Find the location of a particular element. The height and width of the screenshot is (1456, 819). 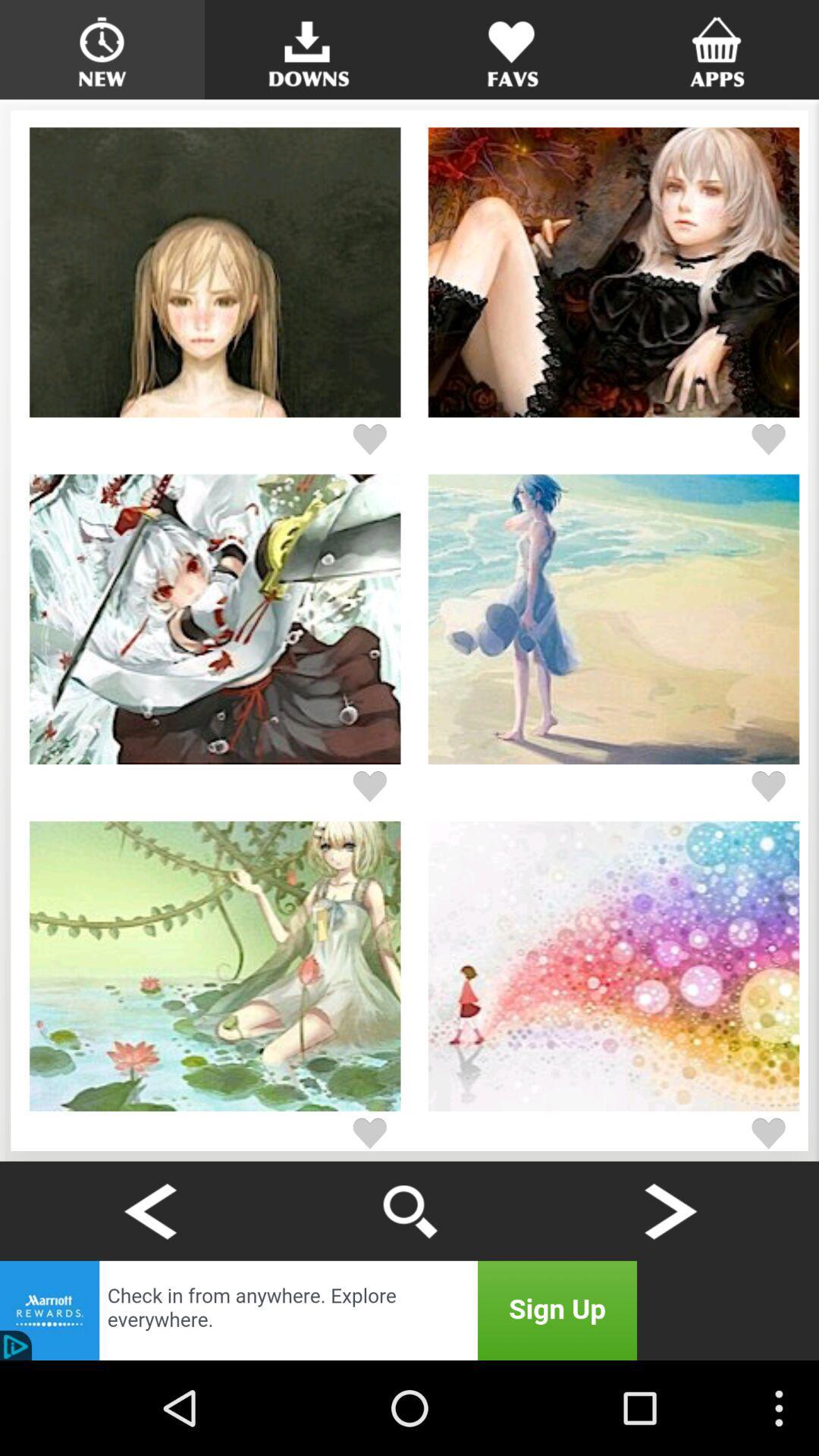

the arrow_backward icon is located at coordinates (149, 1295).